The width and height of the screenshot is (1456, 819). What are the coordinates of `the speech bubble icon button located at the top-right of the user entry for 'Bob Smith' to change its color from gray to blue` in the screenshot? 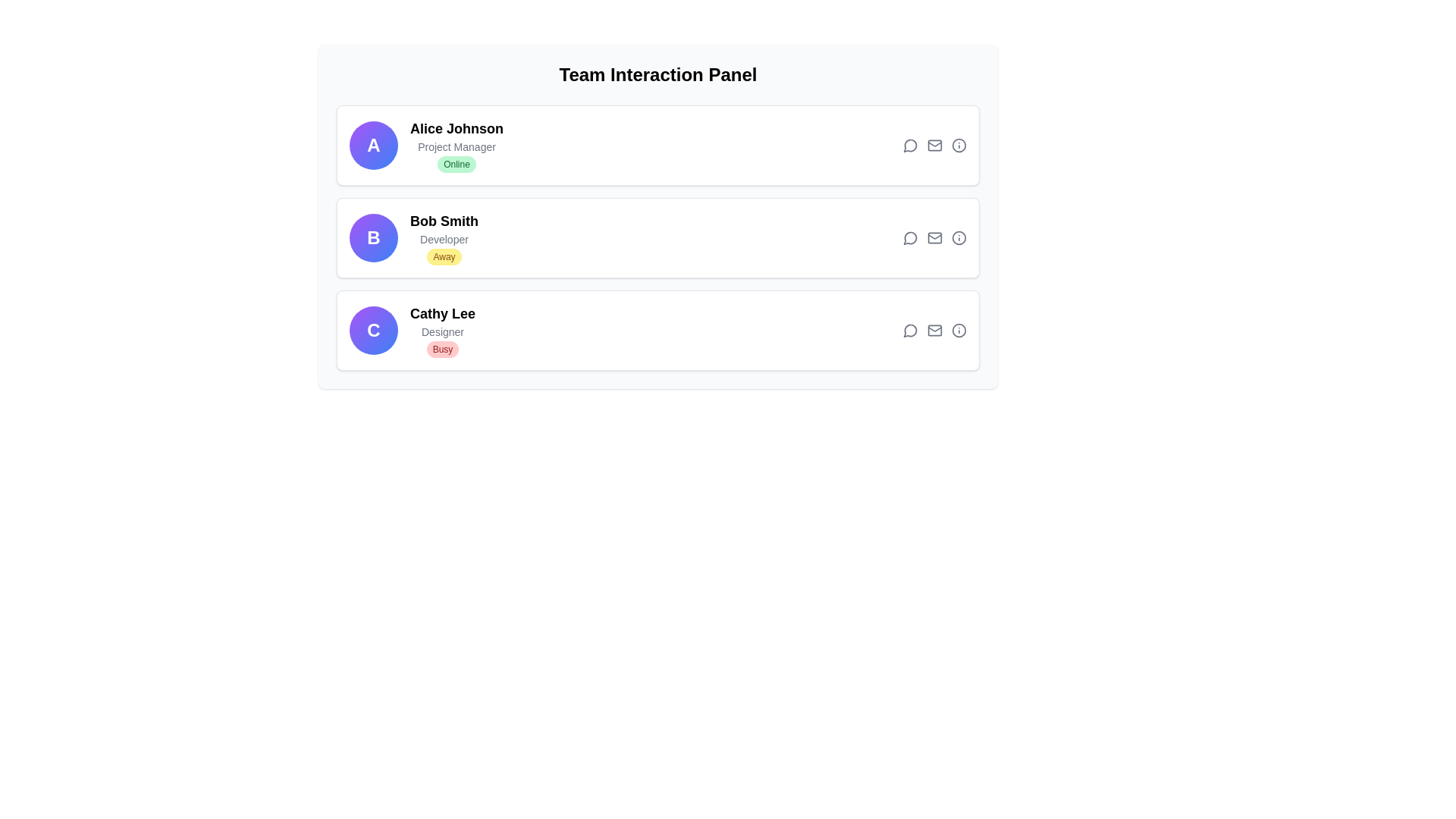 It's located at (910, 237).